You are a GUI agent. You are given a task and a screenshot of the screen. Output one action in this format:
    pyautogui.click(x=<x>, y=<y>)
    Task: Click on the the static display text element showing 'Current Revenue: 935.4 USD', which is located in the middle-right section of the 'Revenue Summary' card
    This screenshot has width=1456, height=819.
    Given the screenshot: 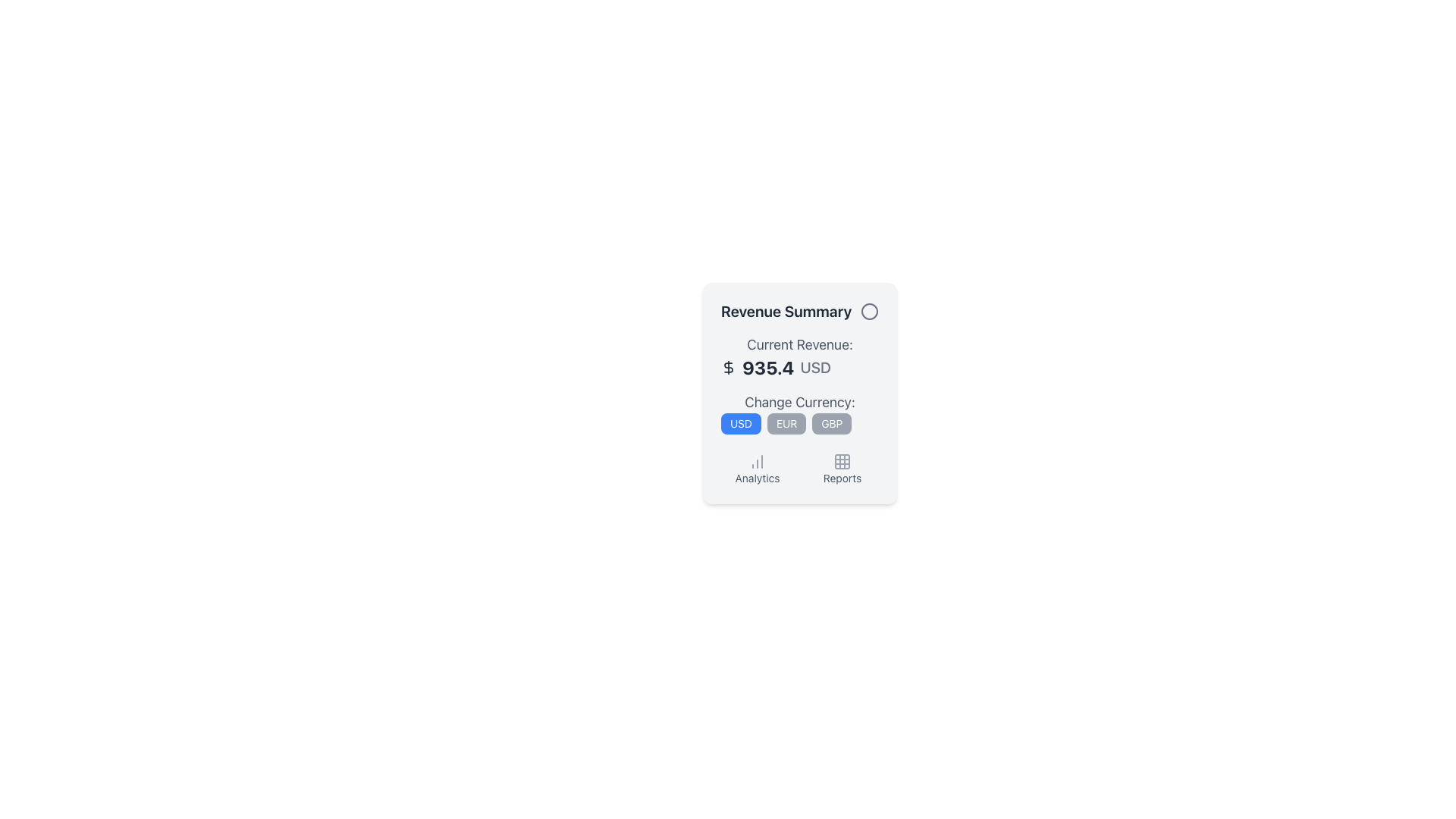 What is the action you would take?
    pyautogui.click(x=799, y=356)
    